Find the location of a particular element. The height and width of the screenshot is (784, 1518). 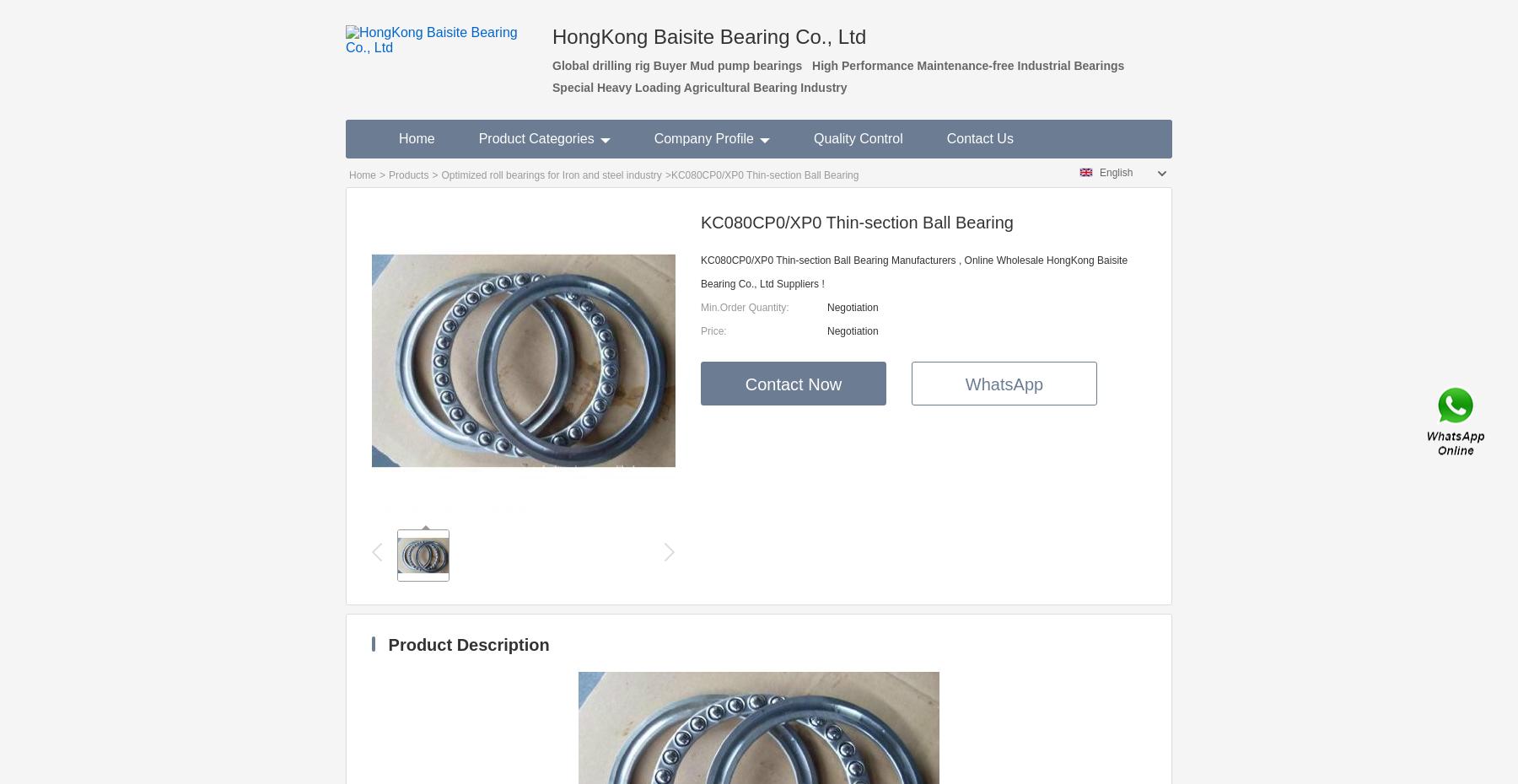

'Global drilling rig Buyer Mud pump bearings' is located at coordinates (676, 66).